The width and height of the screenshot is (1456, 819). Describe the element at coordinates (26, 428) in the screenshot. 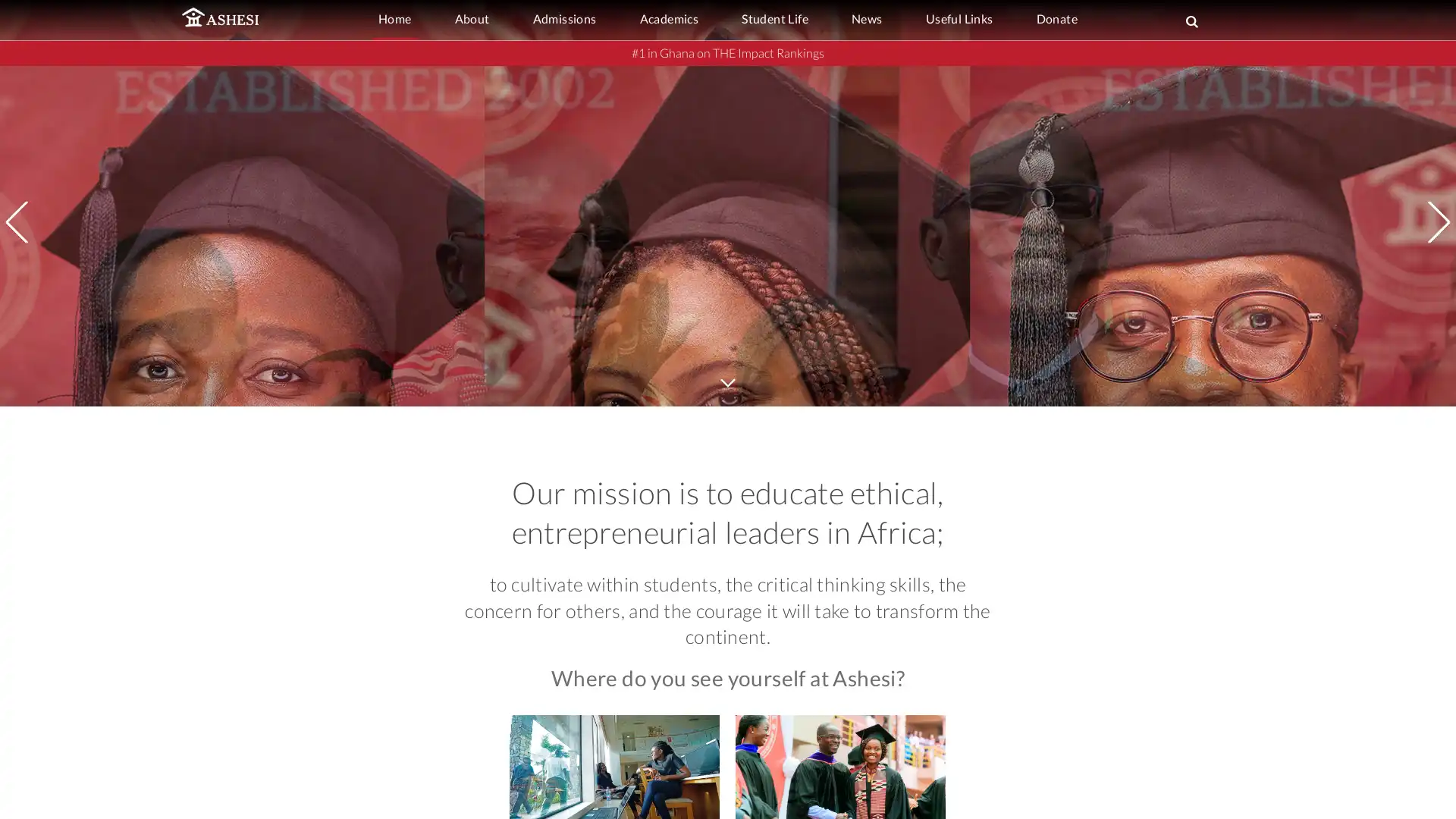

I see `Previous` at that location.